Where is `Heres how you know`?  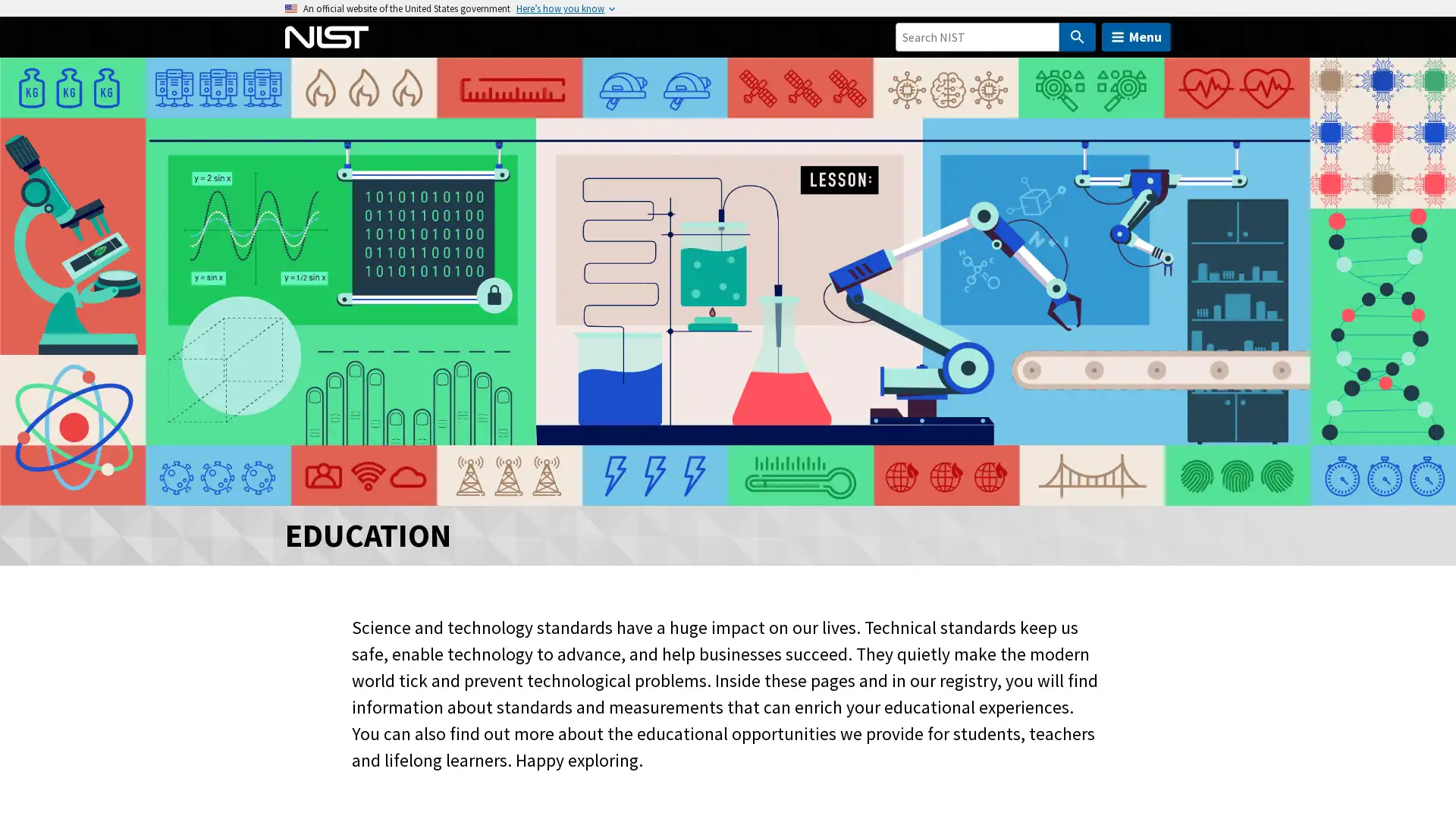
Heres how you know is located at coordinates (560, 8).